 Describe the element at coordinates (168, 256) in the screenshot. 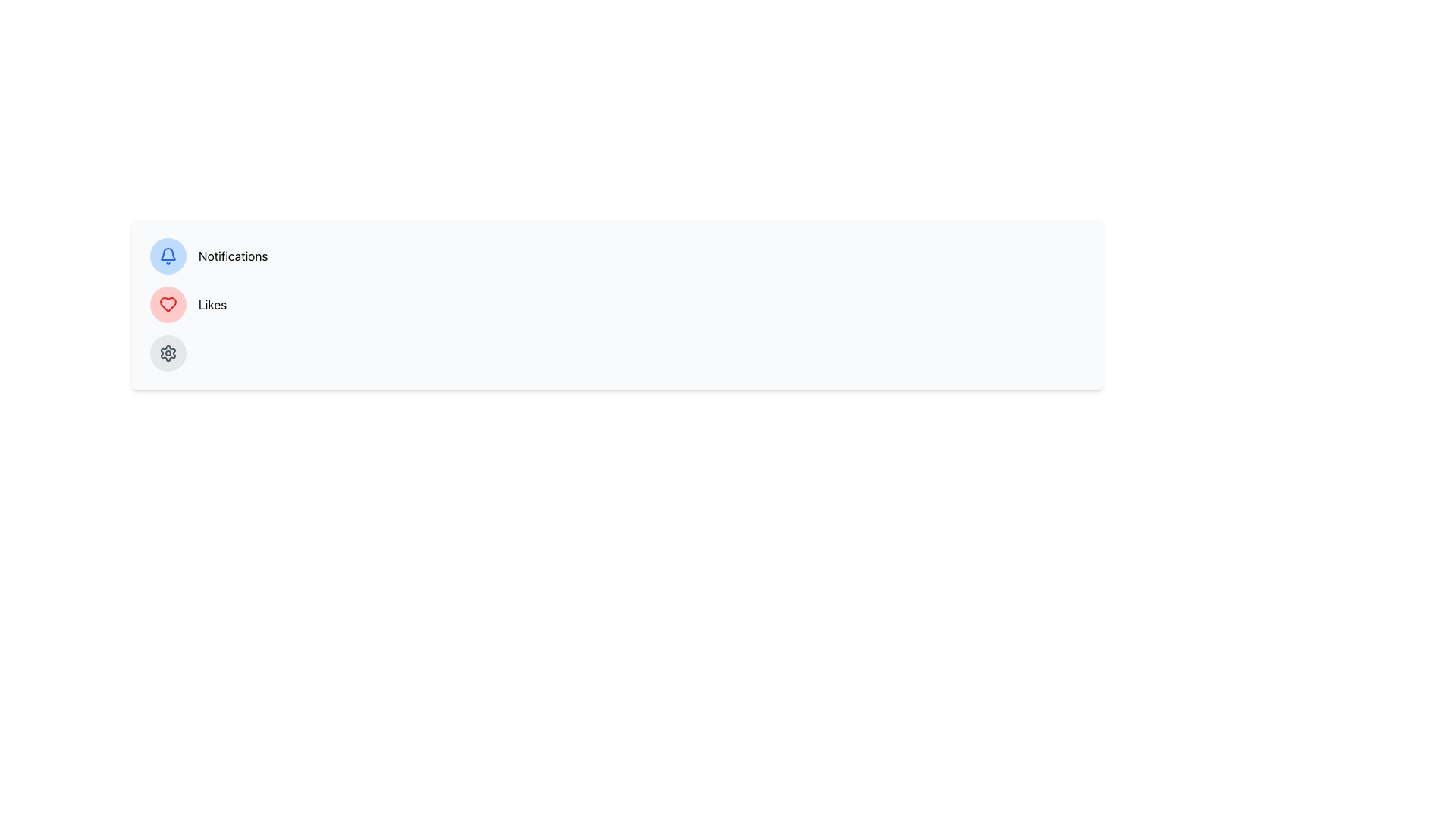

I see `the bell icon outlined with blue strokes, centrally placed within a circular light blue background` at that location.